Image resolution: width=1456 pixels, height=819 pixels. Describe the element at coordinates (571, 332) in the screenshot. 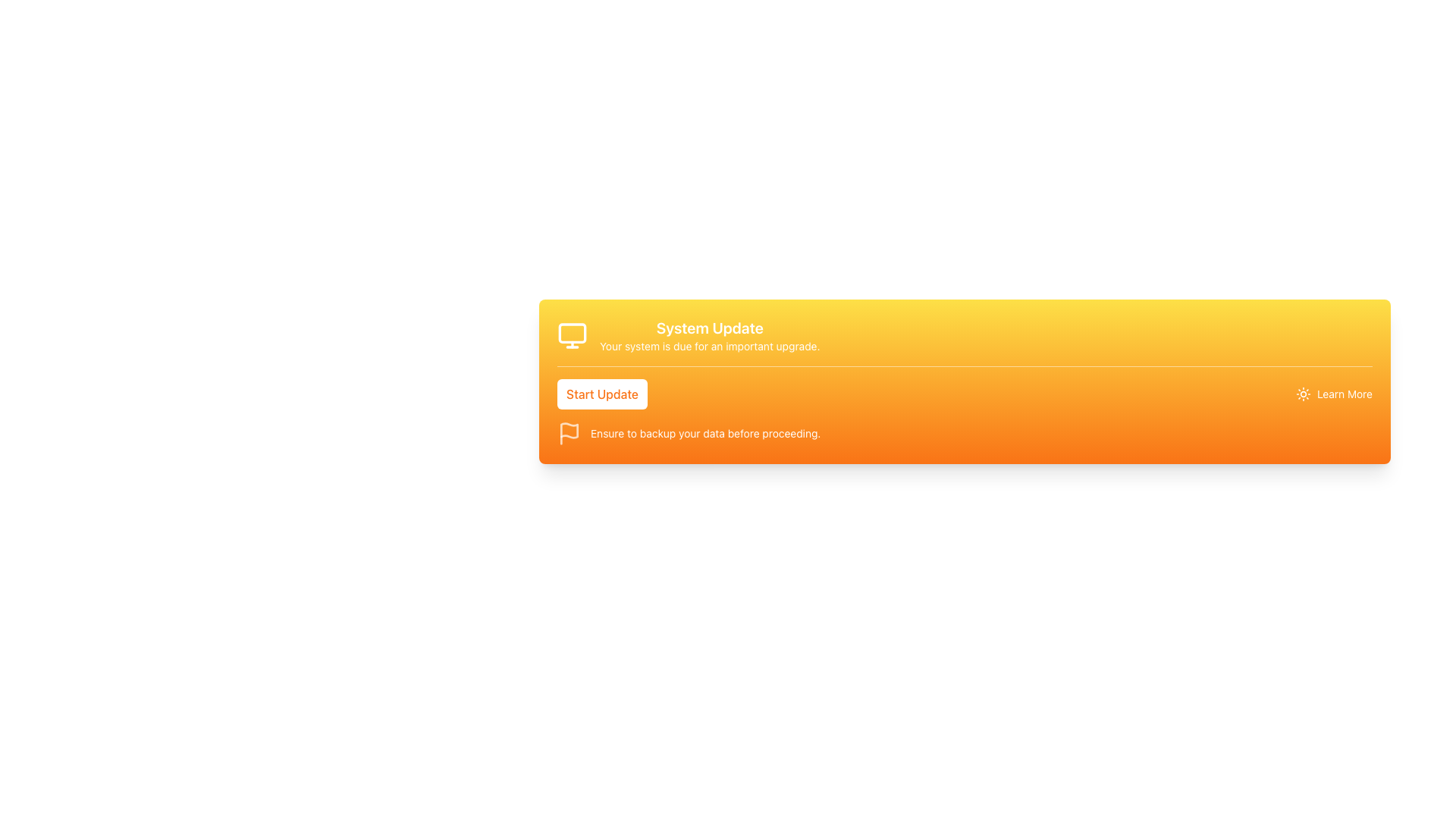

I see `the decorative graphical component within the monitor icon located in the top-left corner of the notification card` at that location.